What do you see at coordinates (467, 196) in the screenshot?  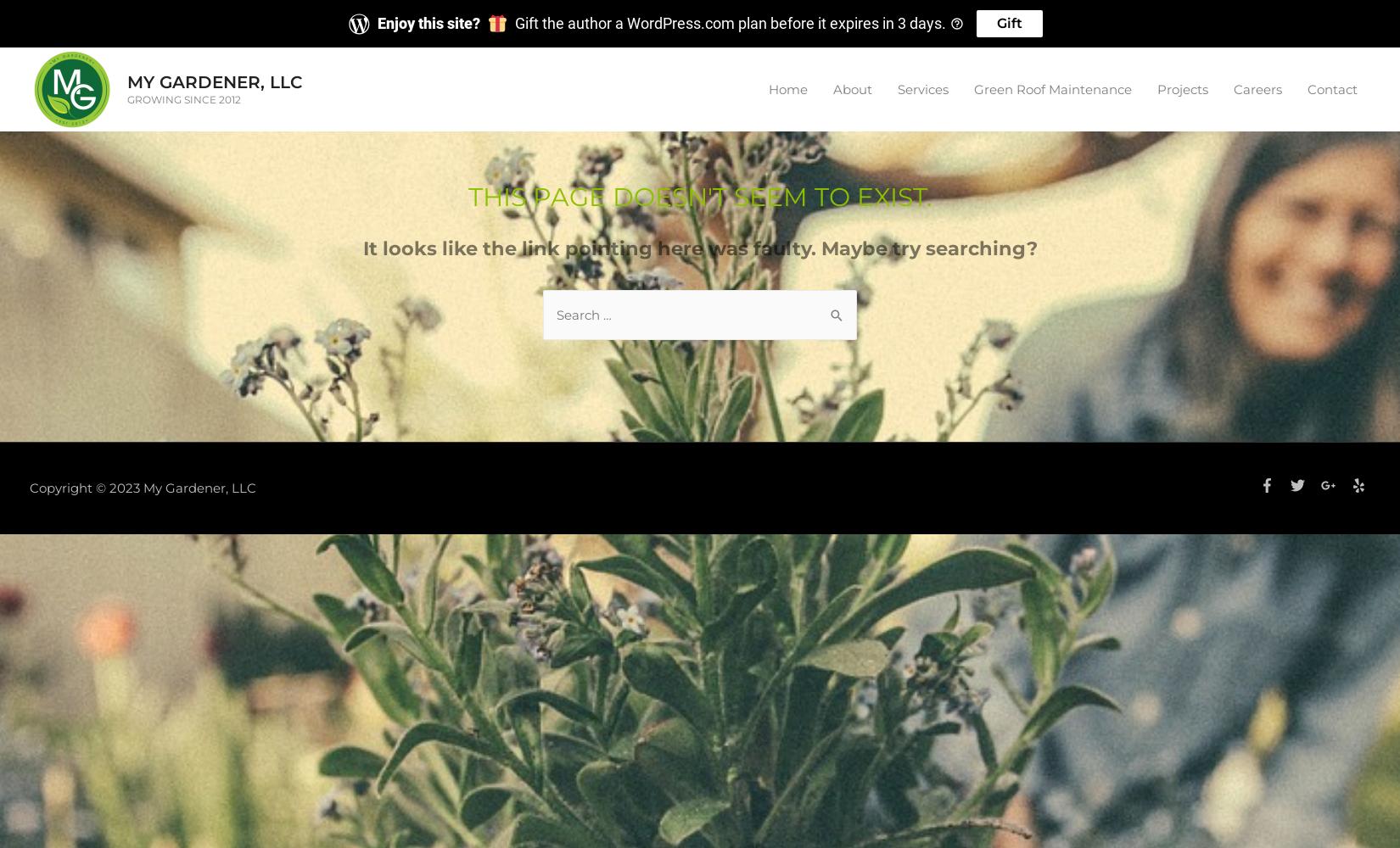 I see `'This page doesn't seem to exist.'` at bounding box center [467, 196].